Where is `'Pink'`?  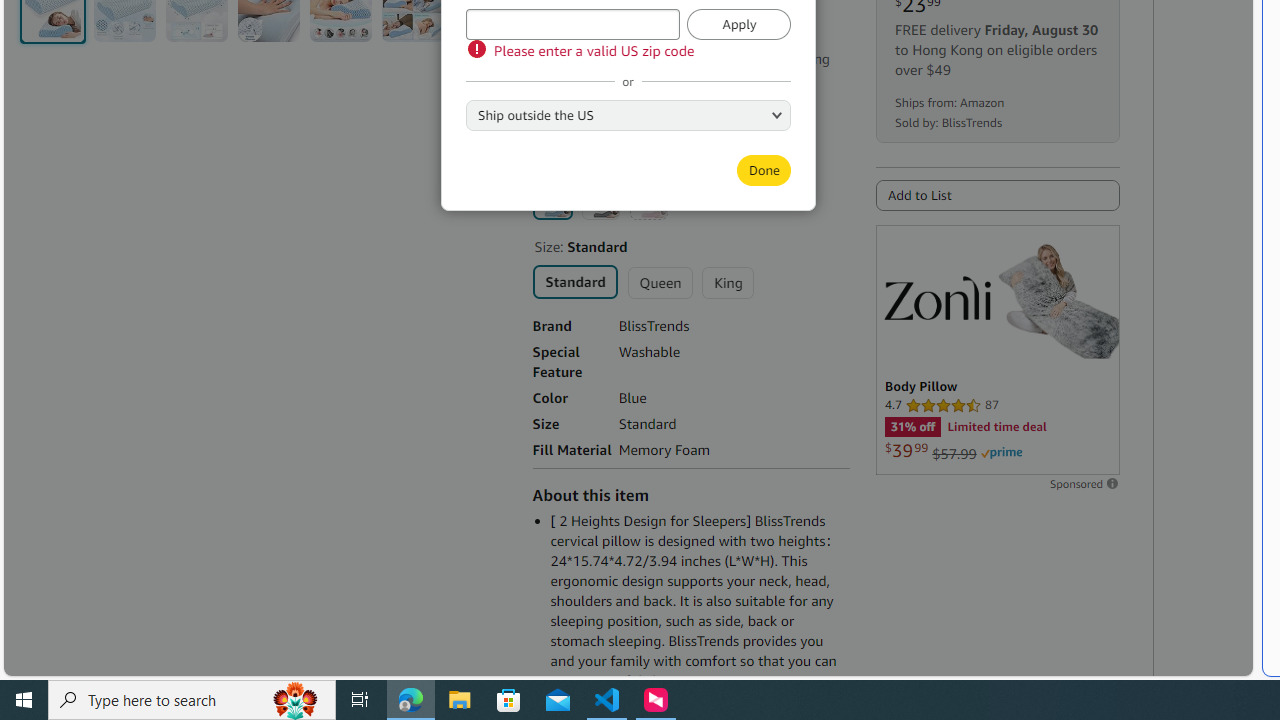 'Pink' is located at coordinates (648, 200).